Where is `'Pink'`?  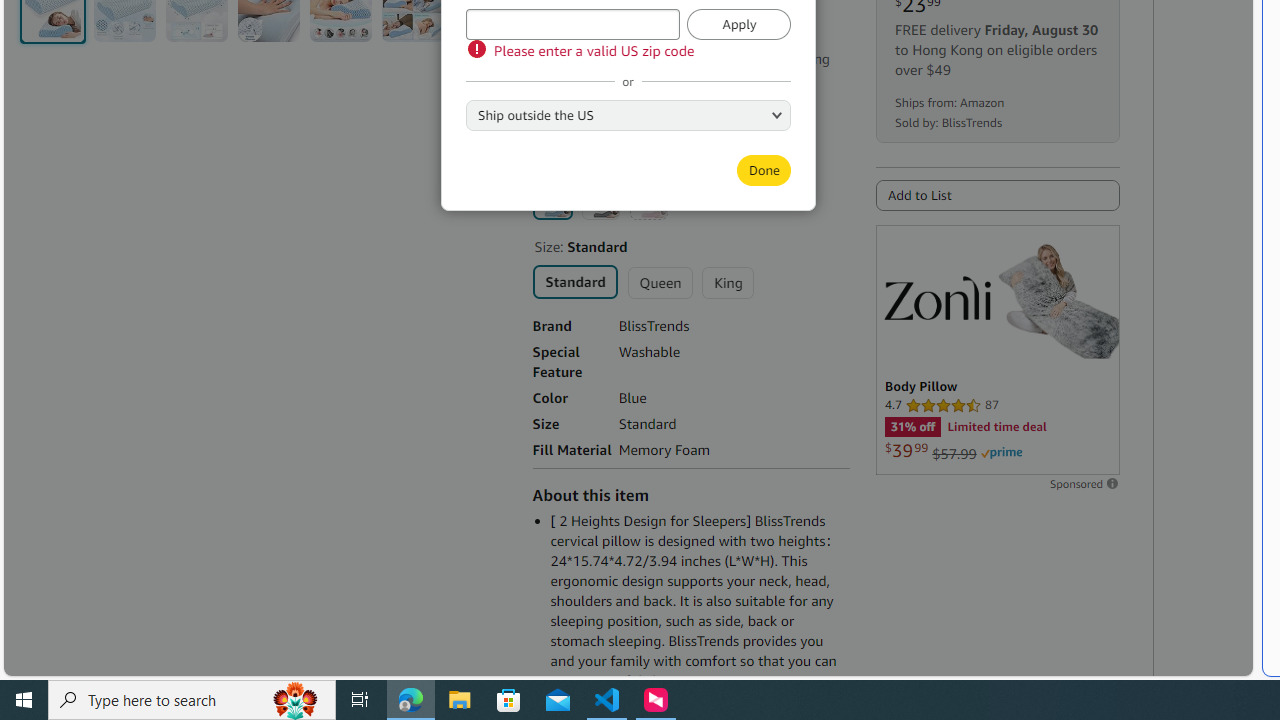 'Pink' is located at coordinates (648, 200).